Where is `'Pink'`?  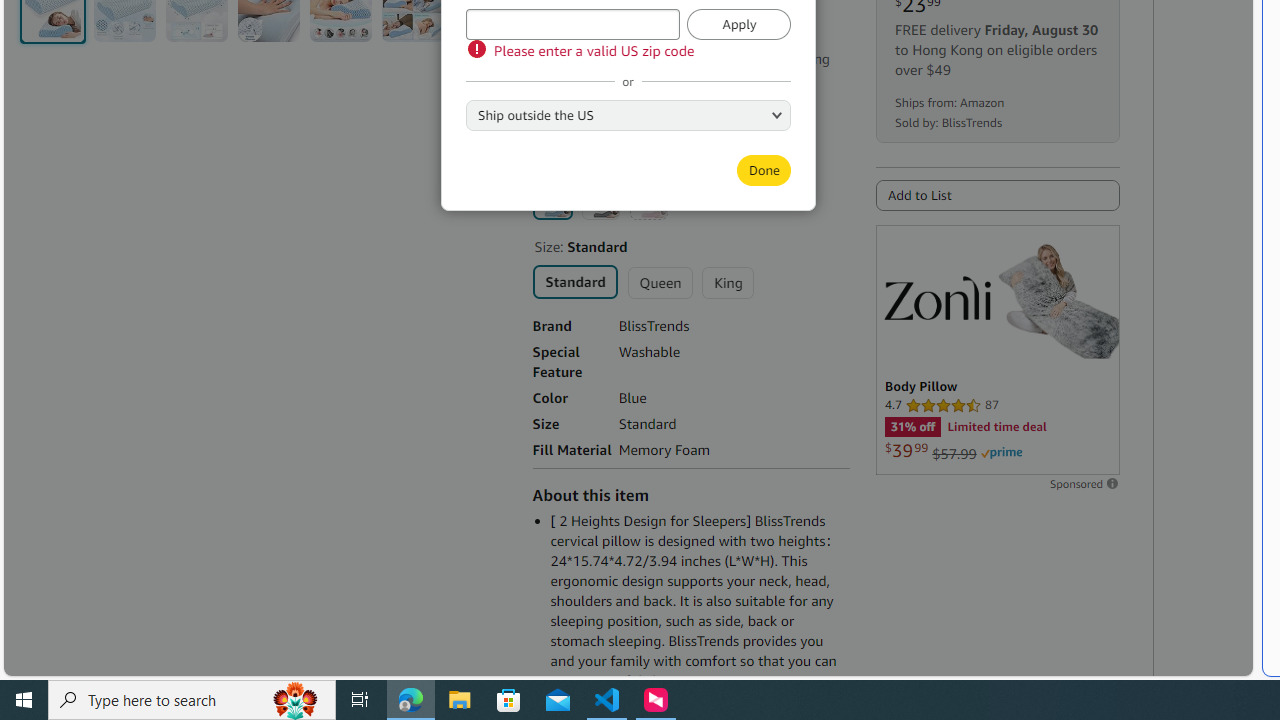 'Pink' is located at coordinates (648, 200).